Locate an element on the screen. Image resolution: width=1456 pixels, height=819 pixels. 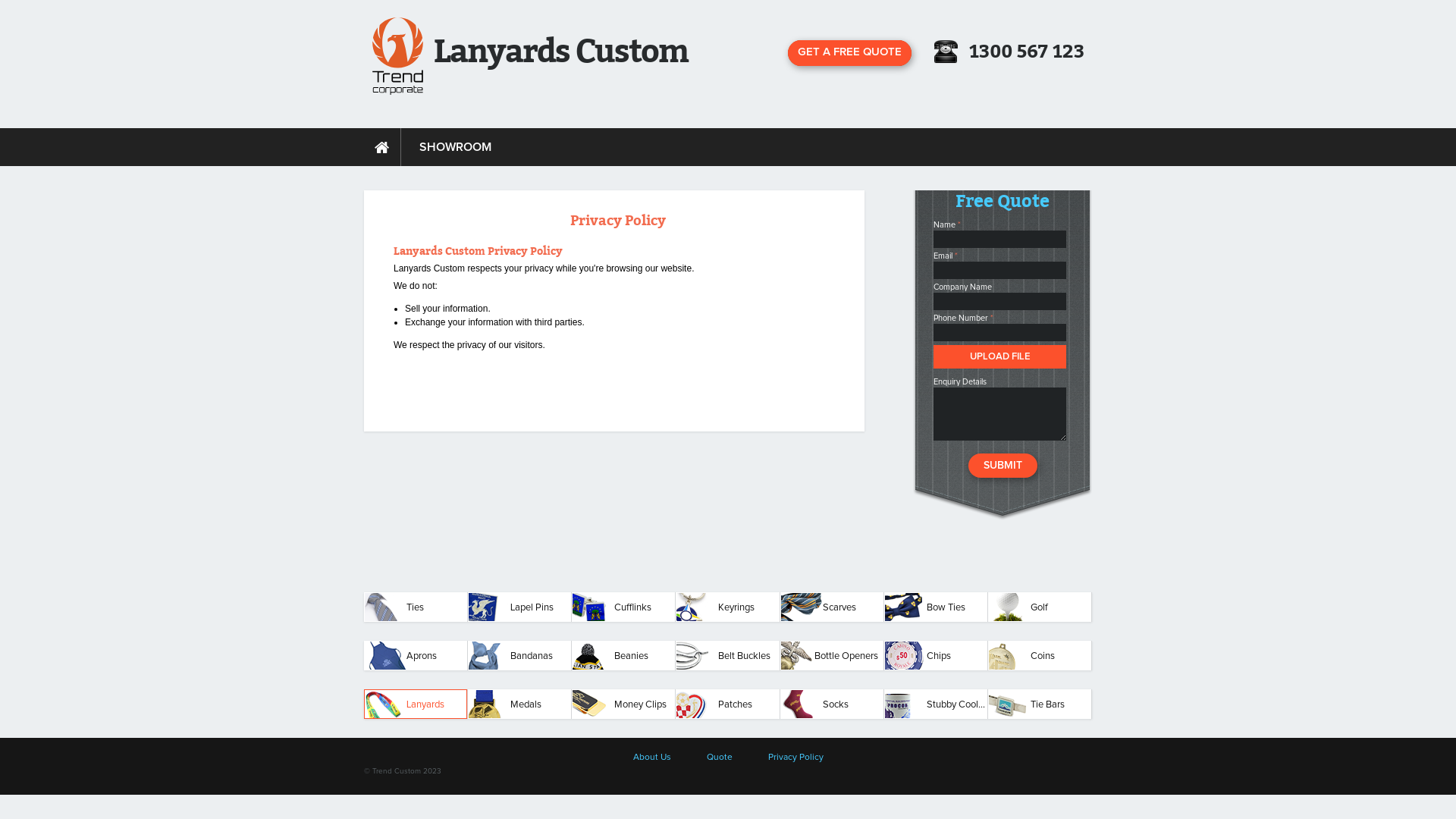
'Beanies' is located at coordinates (623, 654).